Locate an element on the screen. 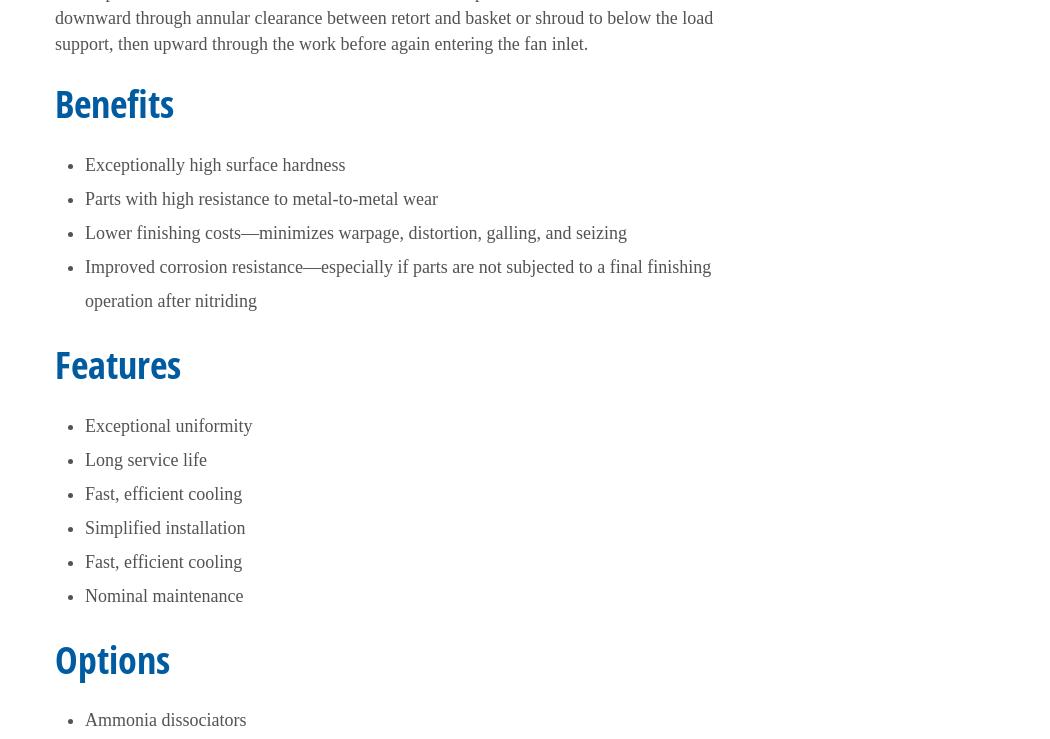  'Options' is located at coordinates (112, 658).